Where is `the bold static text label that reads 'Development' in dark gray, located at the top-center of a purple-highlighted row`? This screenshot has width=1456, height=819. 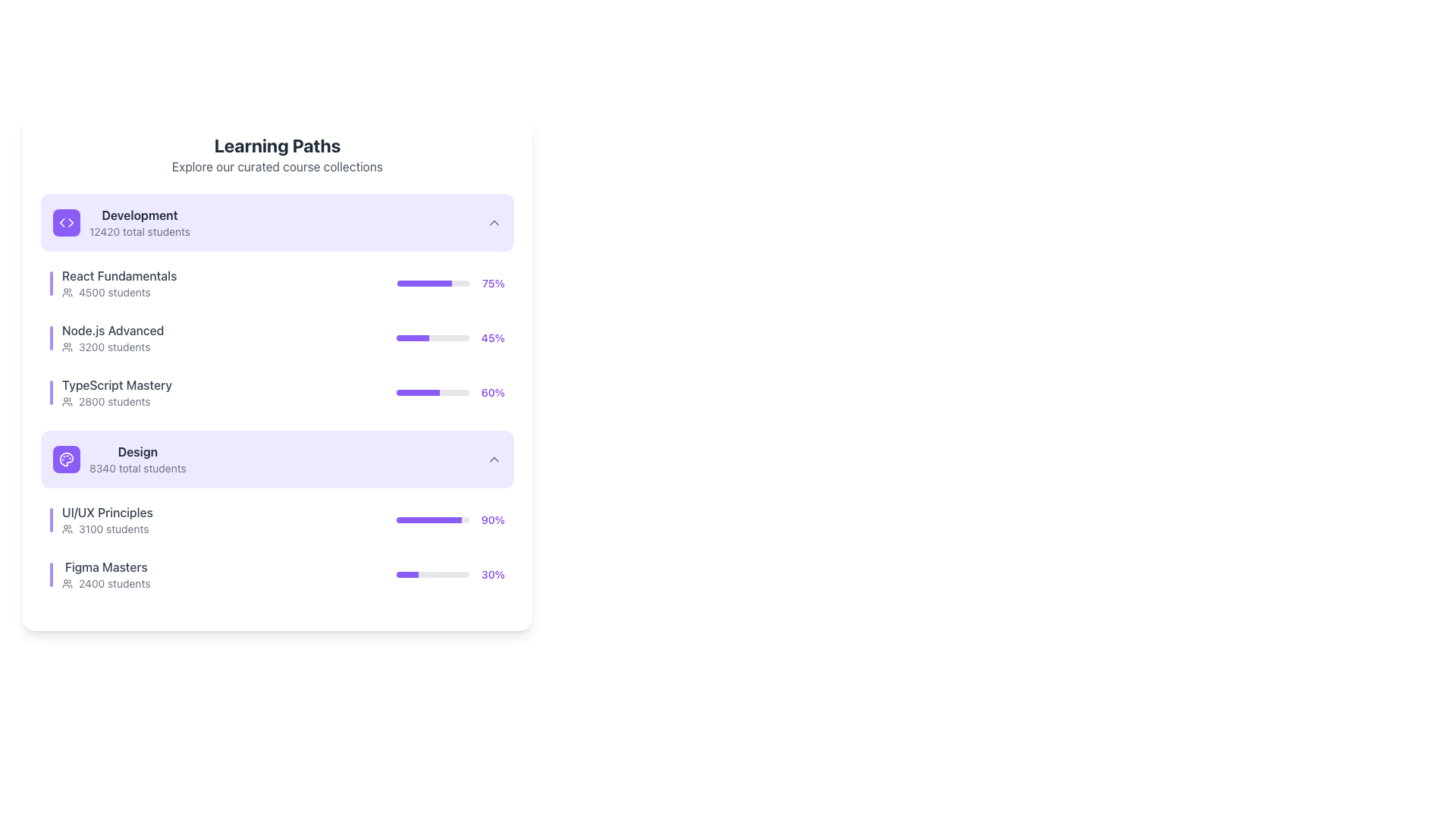
the bold static text label that reads 'Development' in dark gray, located at the top-center of a purple-highlighted row is located at coordinates (140, 215).